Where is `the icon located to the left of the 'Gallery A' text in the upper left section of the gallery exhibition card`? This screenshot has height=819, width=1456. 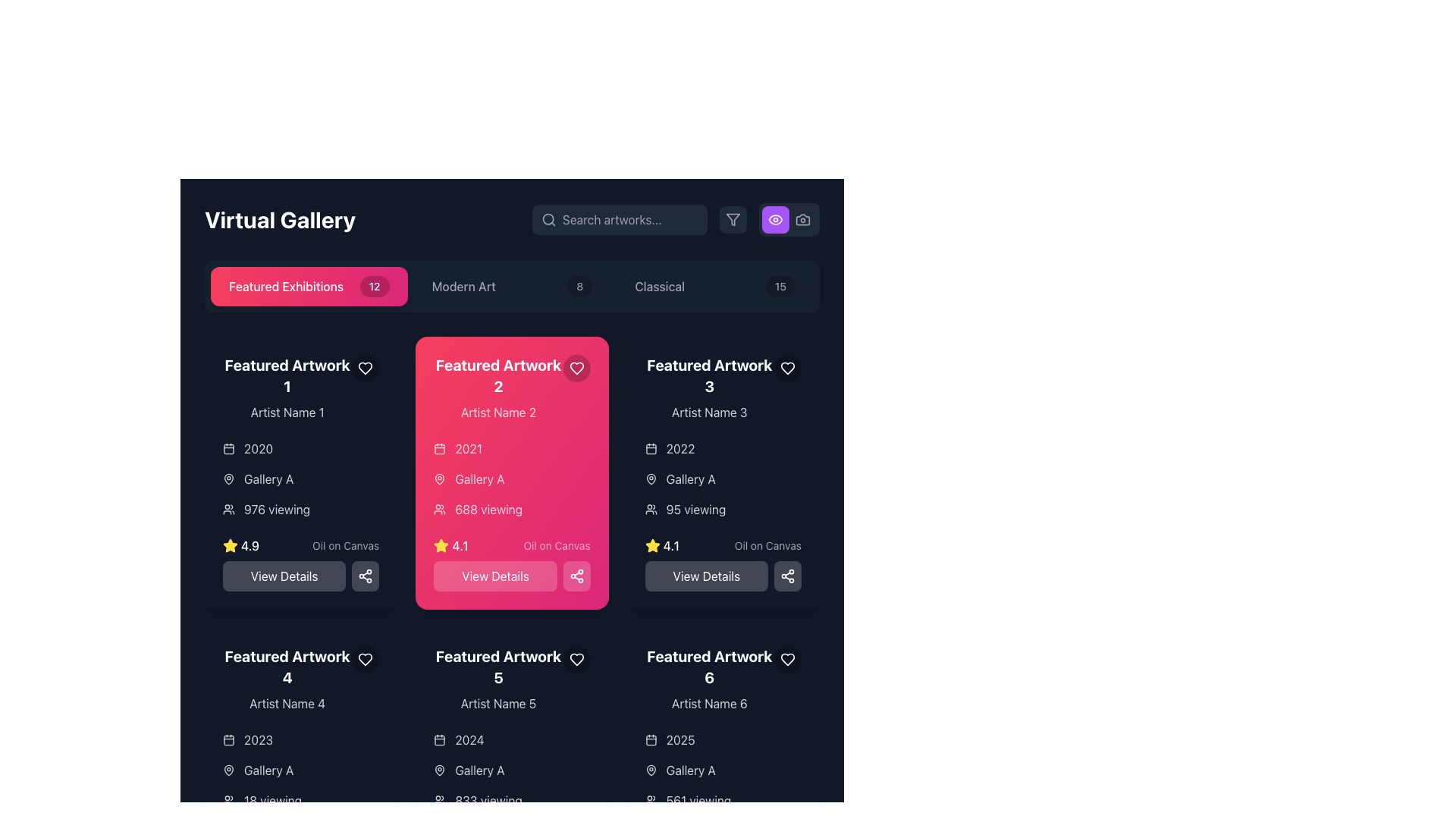
the icon located to the left of the 'Gallery A' text in the upper left section of the gallery exhibition card is located at coordinates (228, 479).